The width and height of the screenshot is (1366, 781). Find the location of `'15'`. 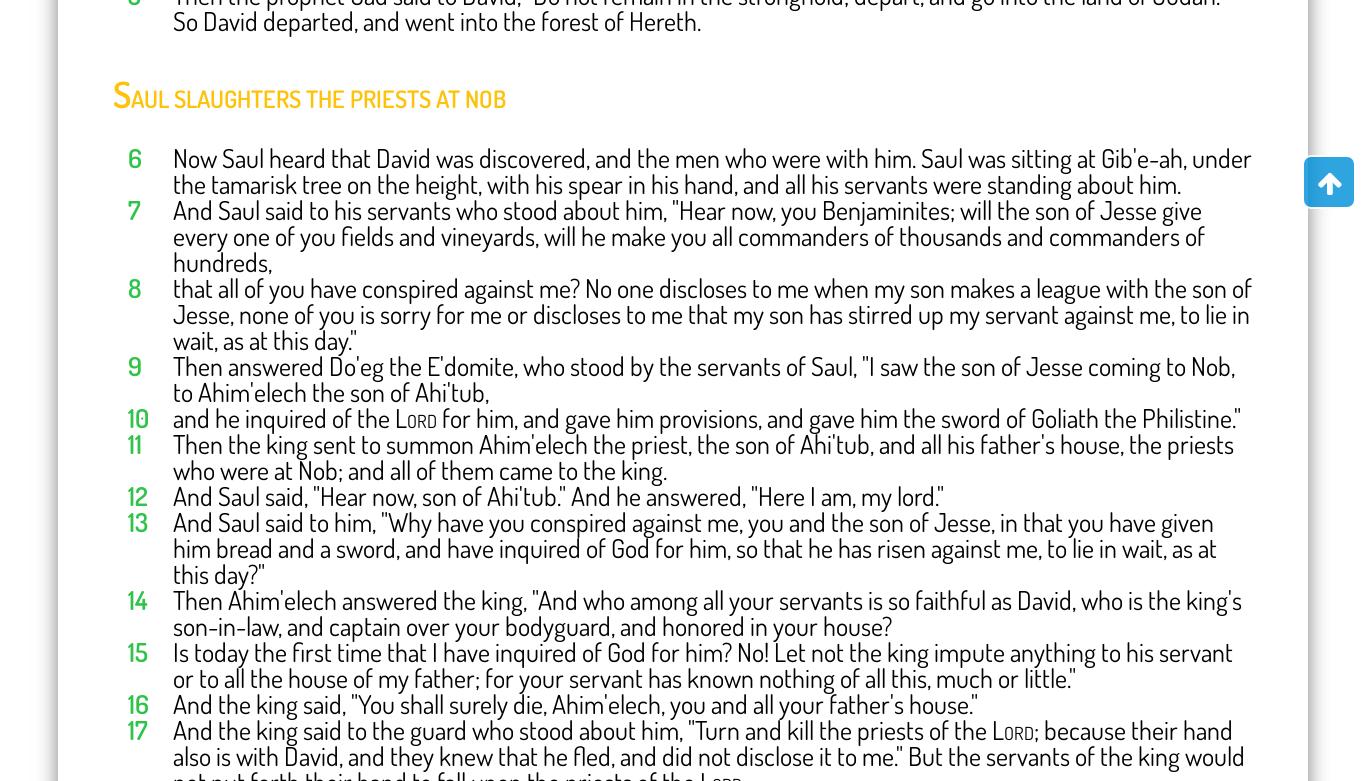

'15' is located at coordinates (136, 650).